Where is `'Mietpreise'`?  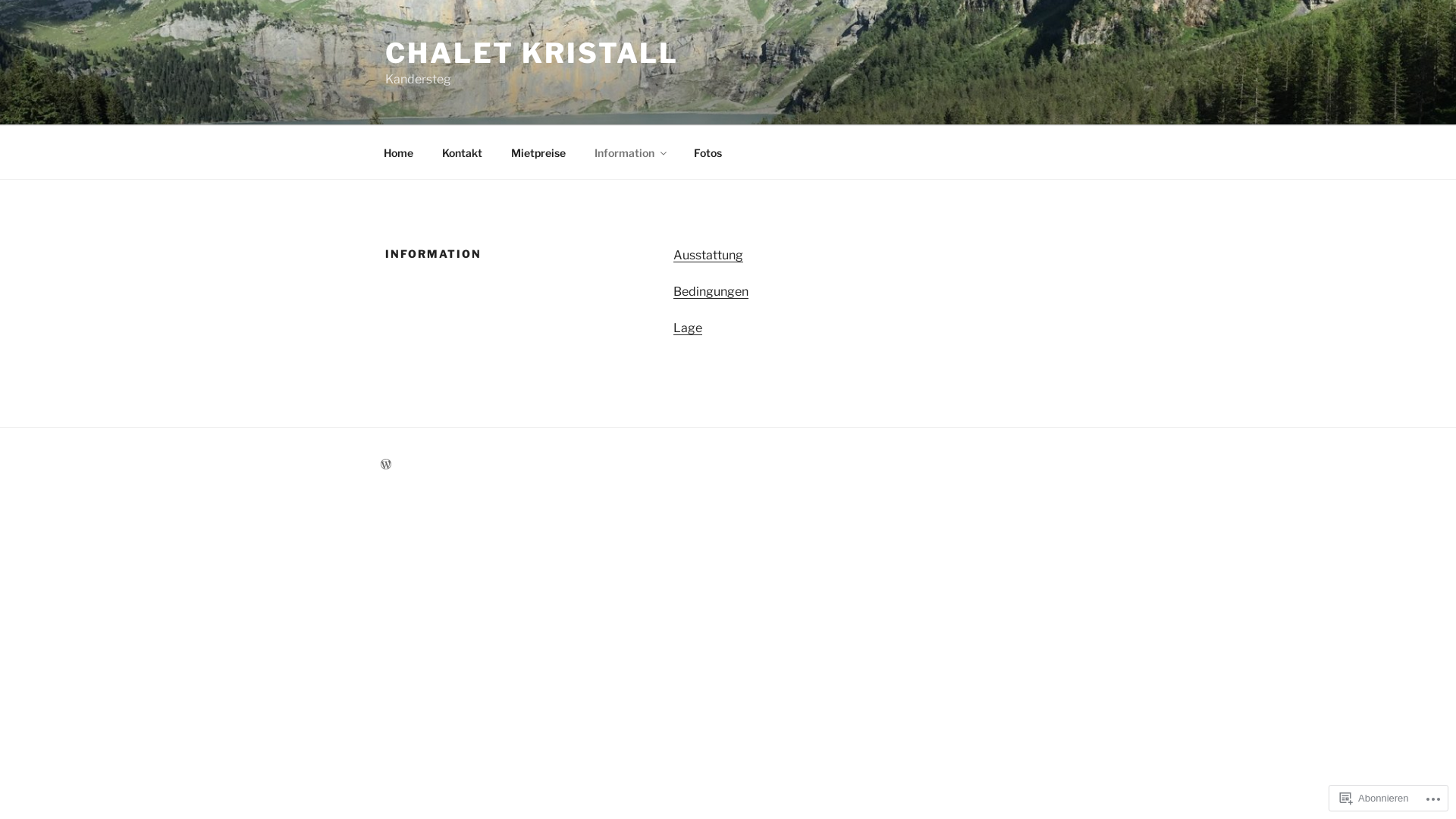 'Mietpreise' is located at coordinates (538, 152).